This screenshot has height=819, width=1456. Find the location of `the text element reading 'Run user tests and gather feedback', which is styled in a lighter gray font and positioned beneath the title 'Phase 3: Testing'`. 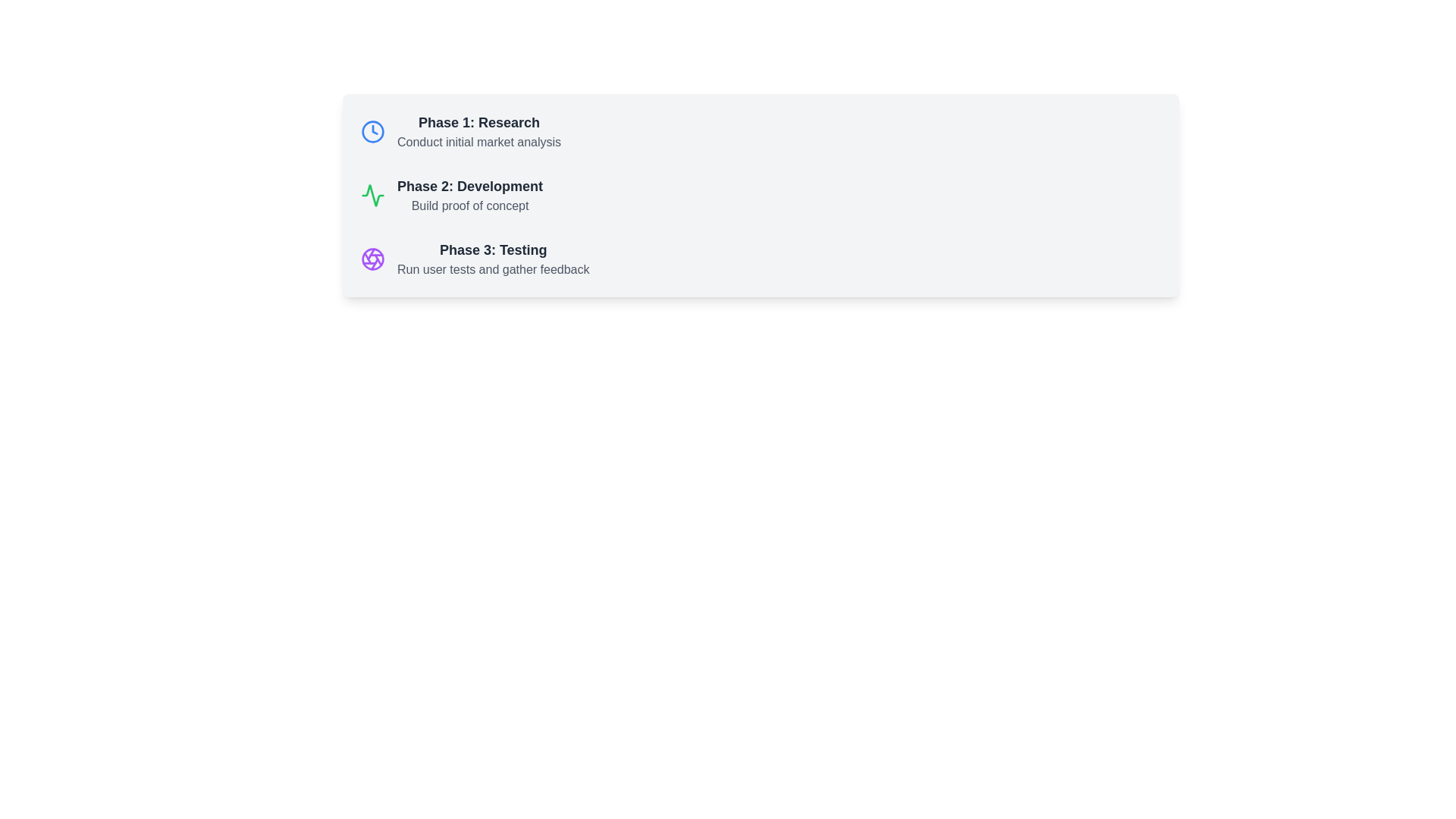

the text element reading 'Run user tests and gather feedback', which is styled in a lighter gray font and positioned beneath the title 'Phase 3: Testing' is located at coordinates (493, 268).